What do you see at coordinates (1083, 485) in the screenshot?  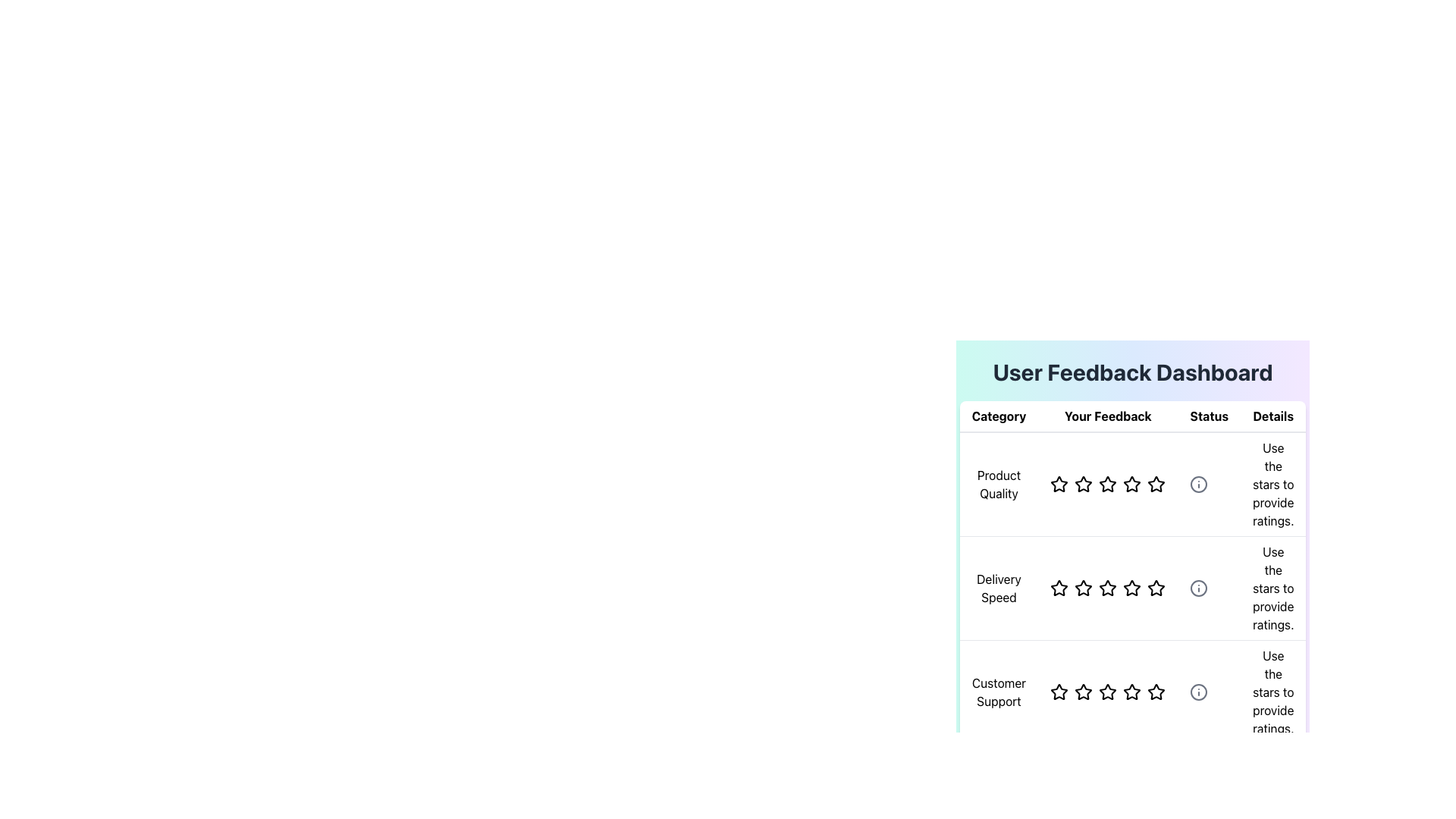 I see `the second star-shaped rating icon for 'Product Quality' in the User Feedback Dashboard` at bounding box center [1083, 485].